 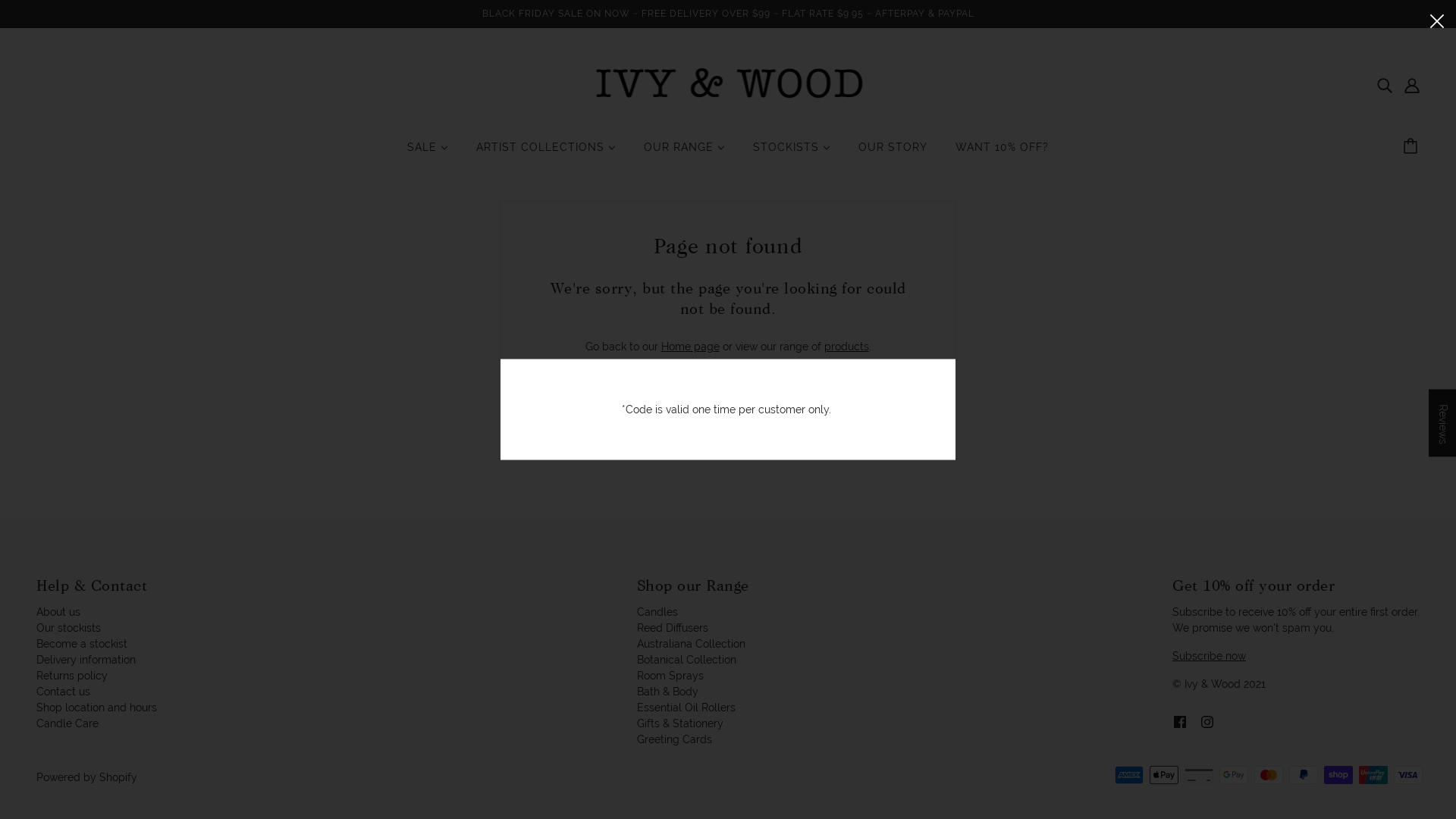 I want to click on 'Become a stockist', so click(x=80, y=643).